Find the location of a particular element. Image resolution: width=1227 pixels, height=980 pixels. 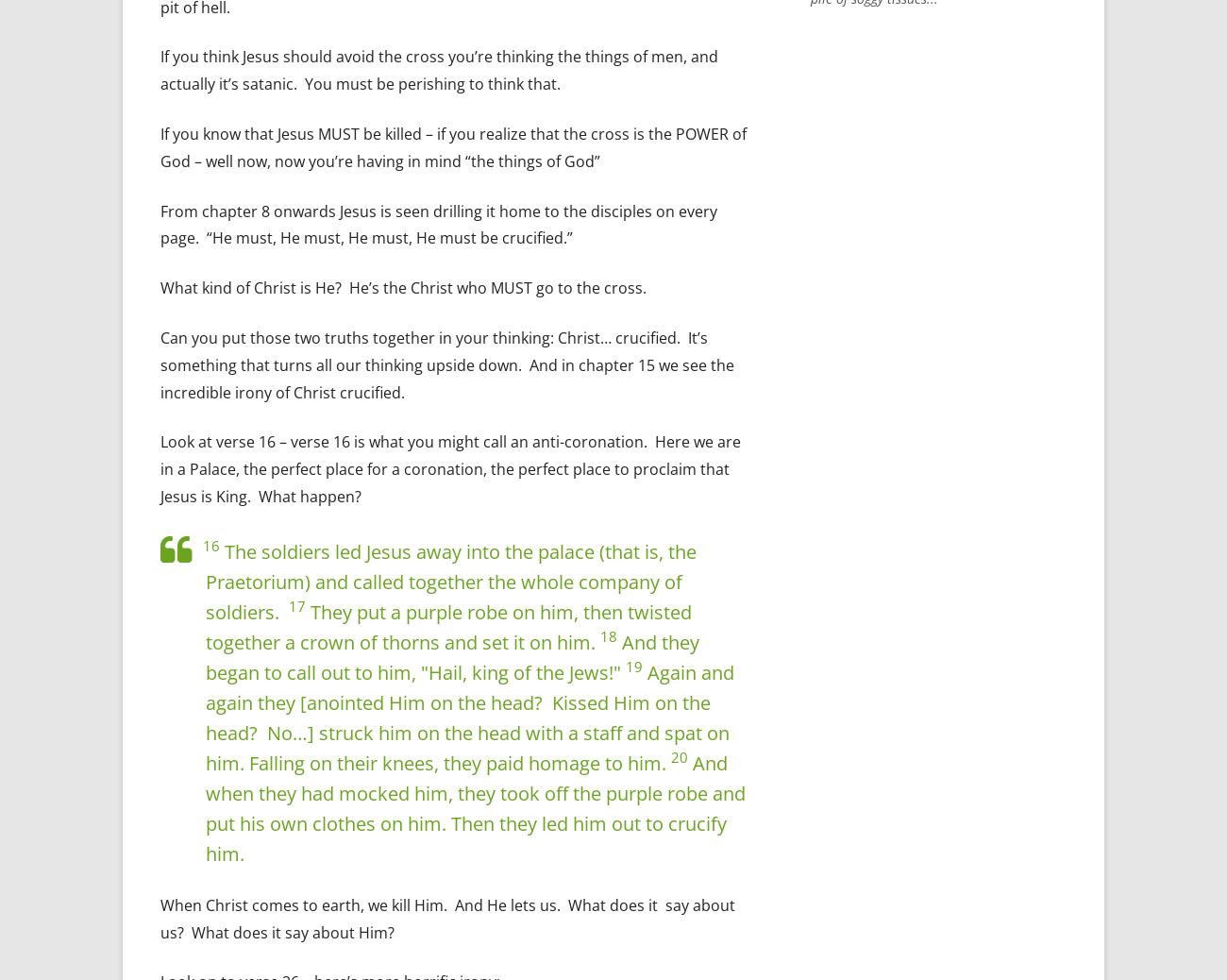

'What kind of Christ is He?  He’s the Christ who MUST go to the cross.' is located at coordinates (403, 287).